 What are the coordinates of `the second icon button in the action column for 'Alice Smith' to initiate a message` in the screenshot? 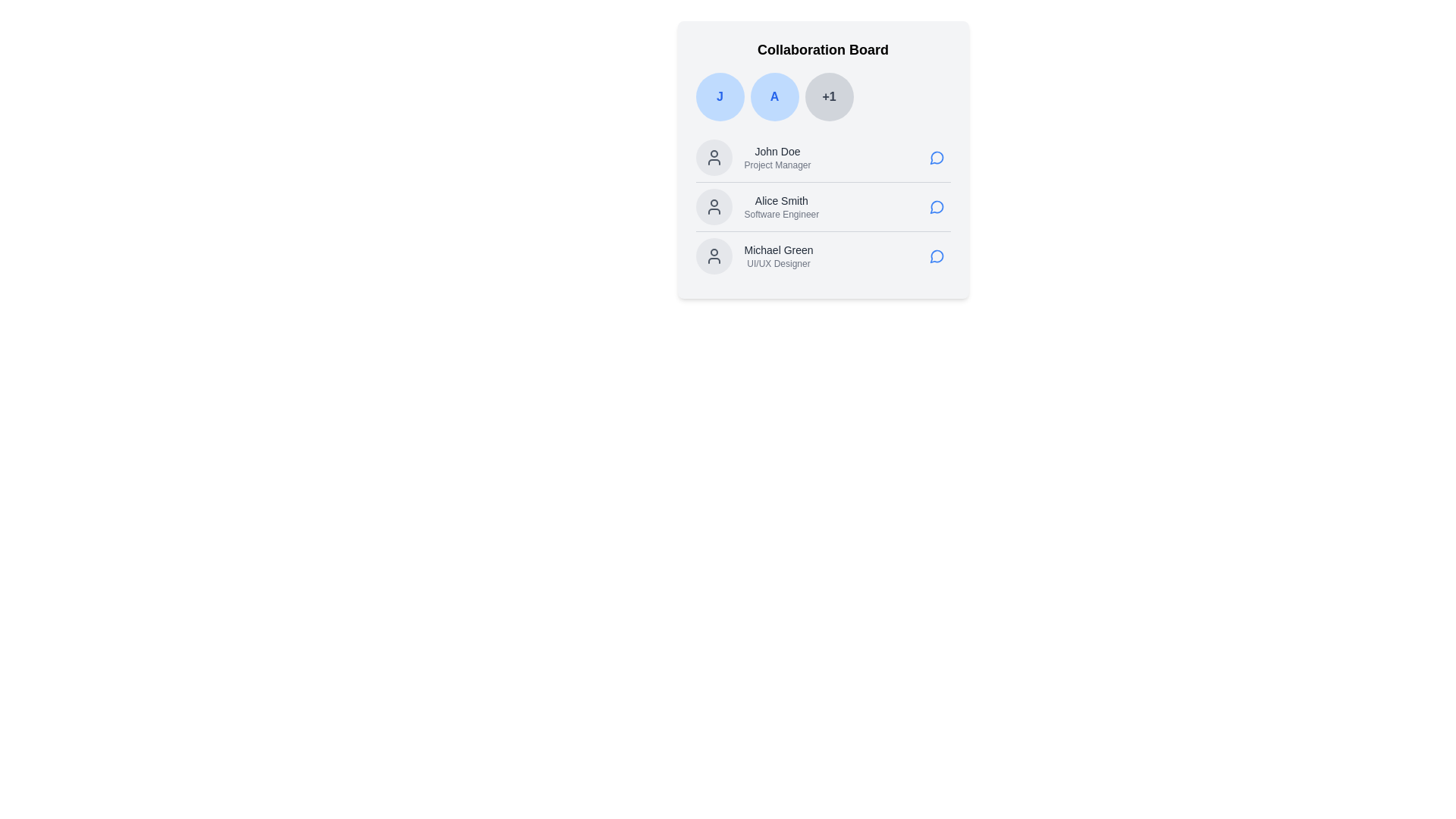 It's located at (936, 207).